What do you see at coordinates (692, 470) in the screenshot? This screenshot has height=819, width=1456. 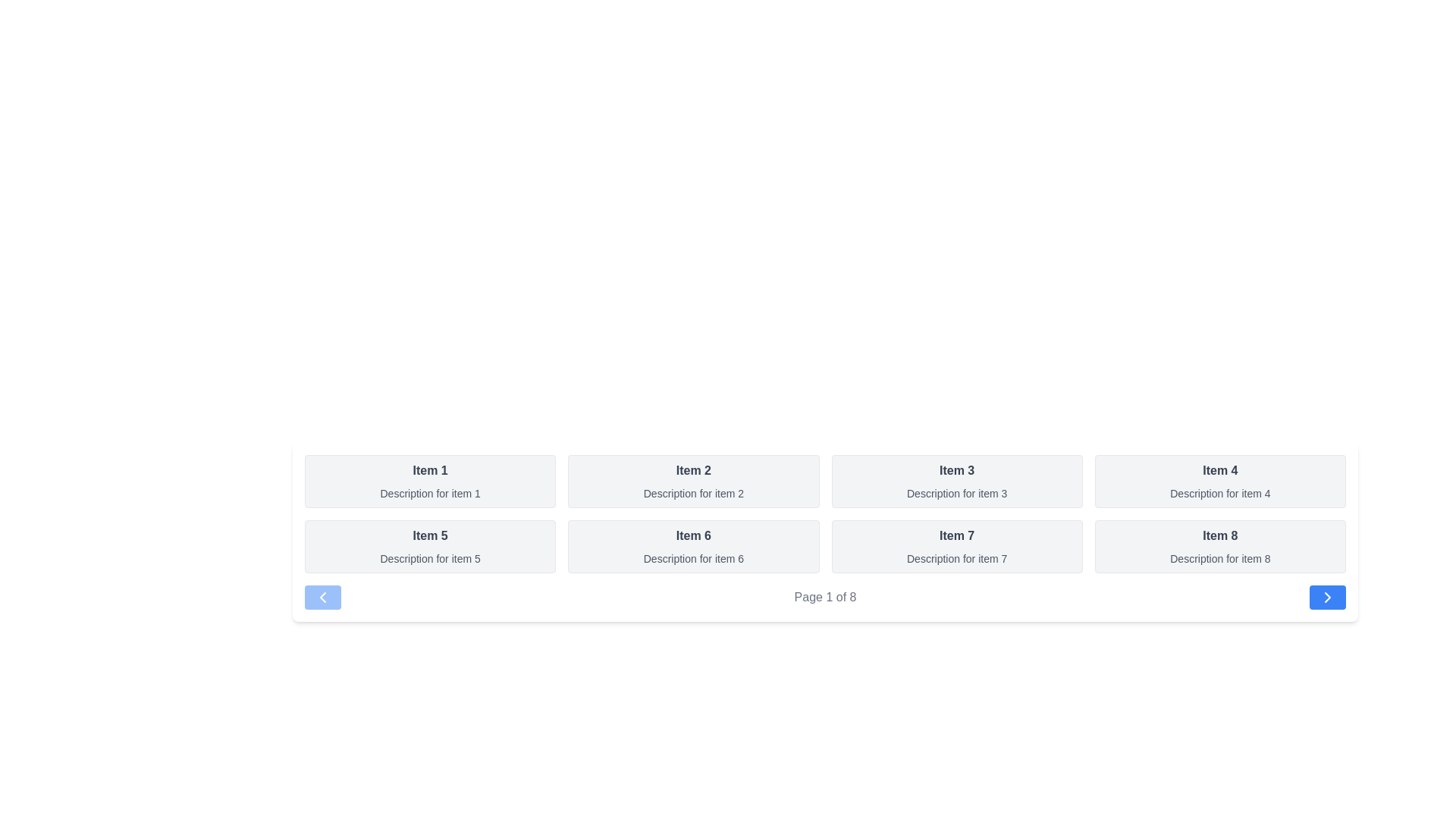 I see `the bold text 'Item 2' located in the second column of the grid, styled with a dark gray font and positioned above the description text 'Description for item 2'` at bounding box center [692, 470].